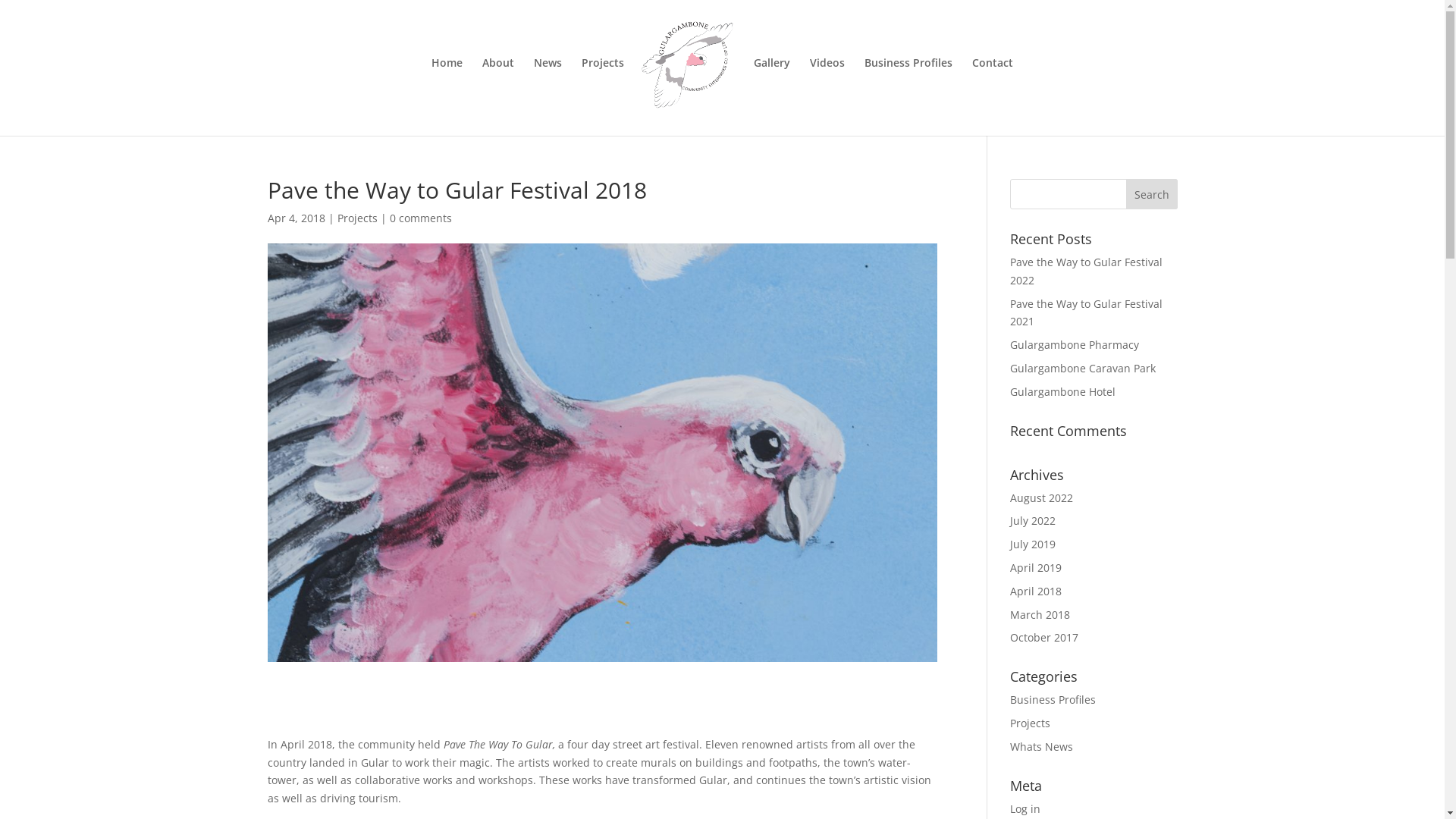 The image size is (1456, 819). What do you see at coordinates (1009, 519) in the screenshot?
I see `'July 2022'` at bounding box center [1009, 519].